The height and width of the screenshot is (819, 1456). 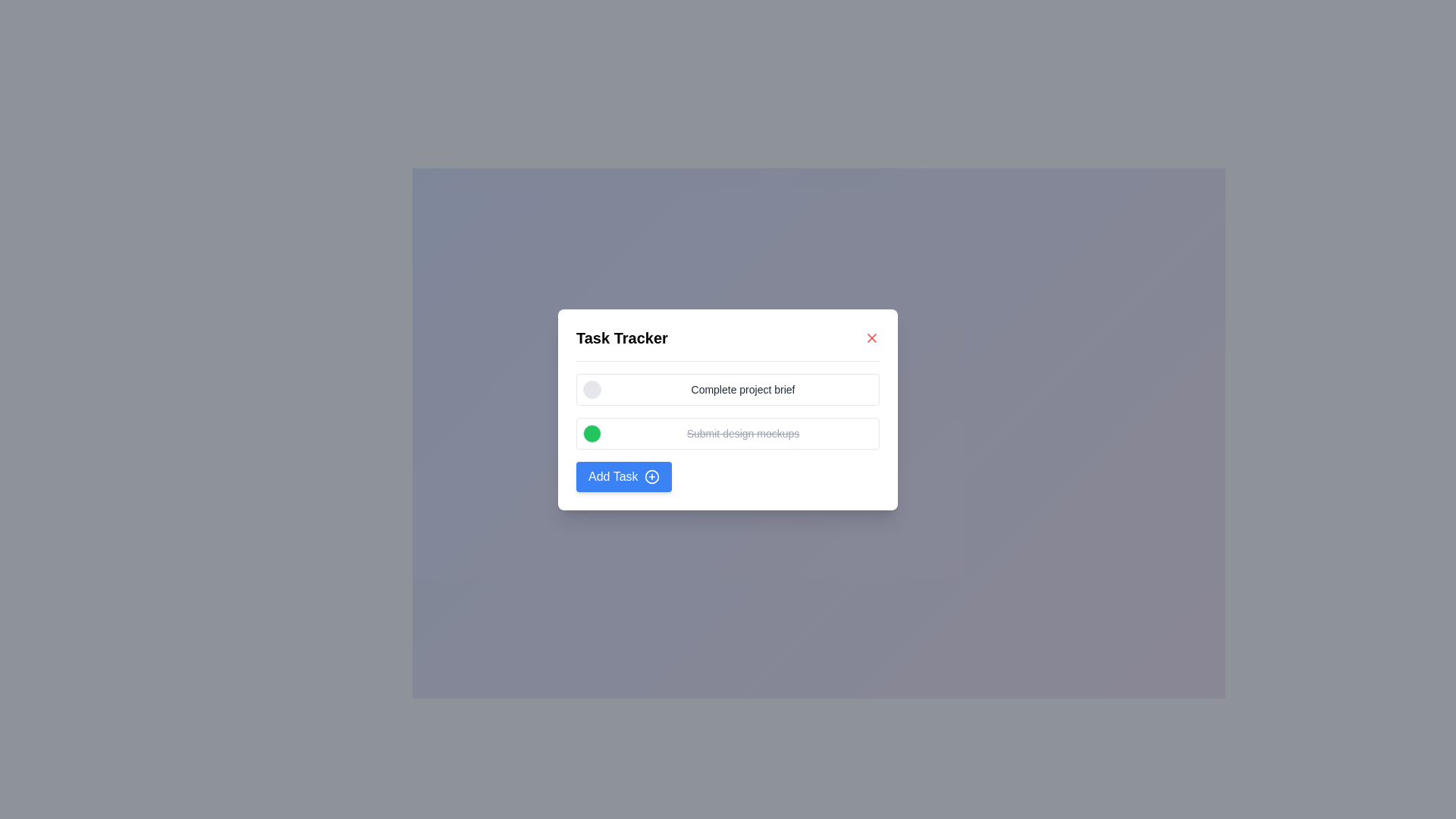 I want to click on the 'Task Tracker' text label, which is prominently displayed in bold font at the top-left section of the modal dialog, so click(x=622, y=337).